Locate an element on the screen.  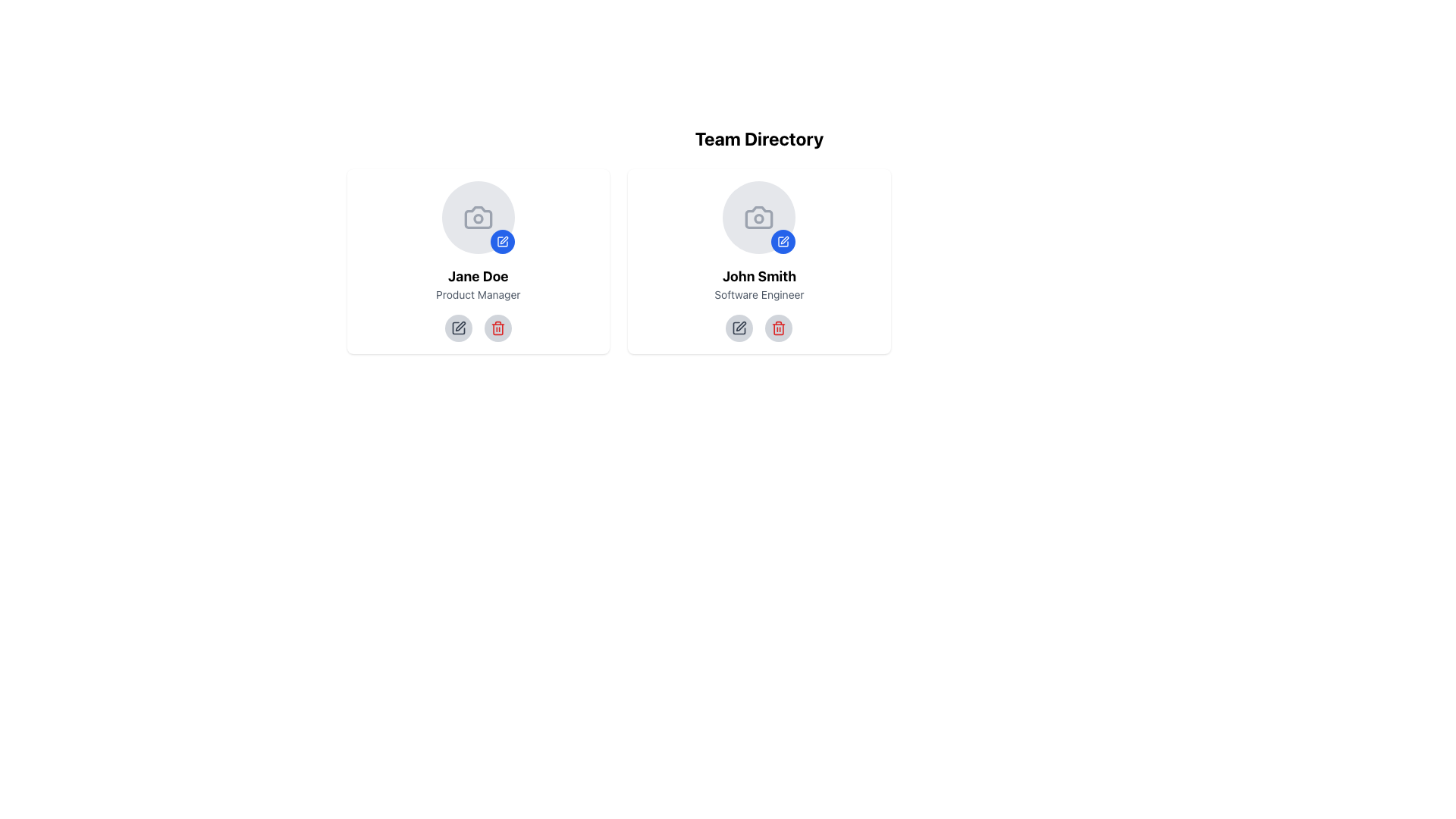
the blue square button with a raised pen symbol in the top-right corner of Jane Doe's profile card is located at coordinates (502, 241).